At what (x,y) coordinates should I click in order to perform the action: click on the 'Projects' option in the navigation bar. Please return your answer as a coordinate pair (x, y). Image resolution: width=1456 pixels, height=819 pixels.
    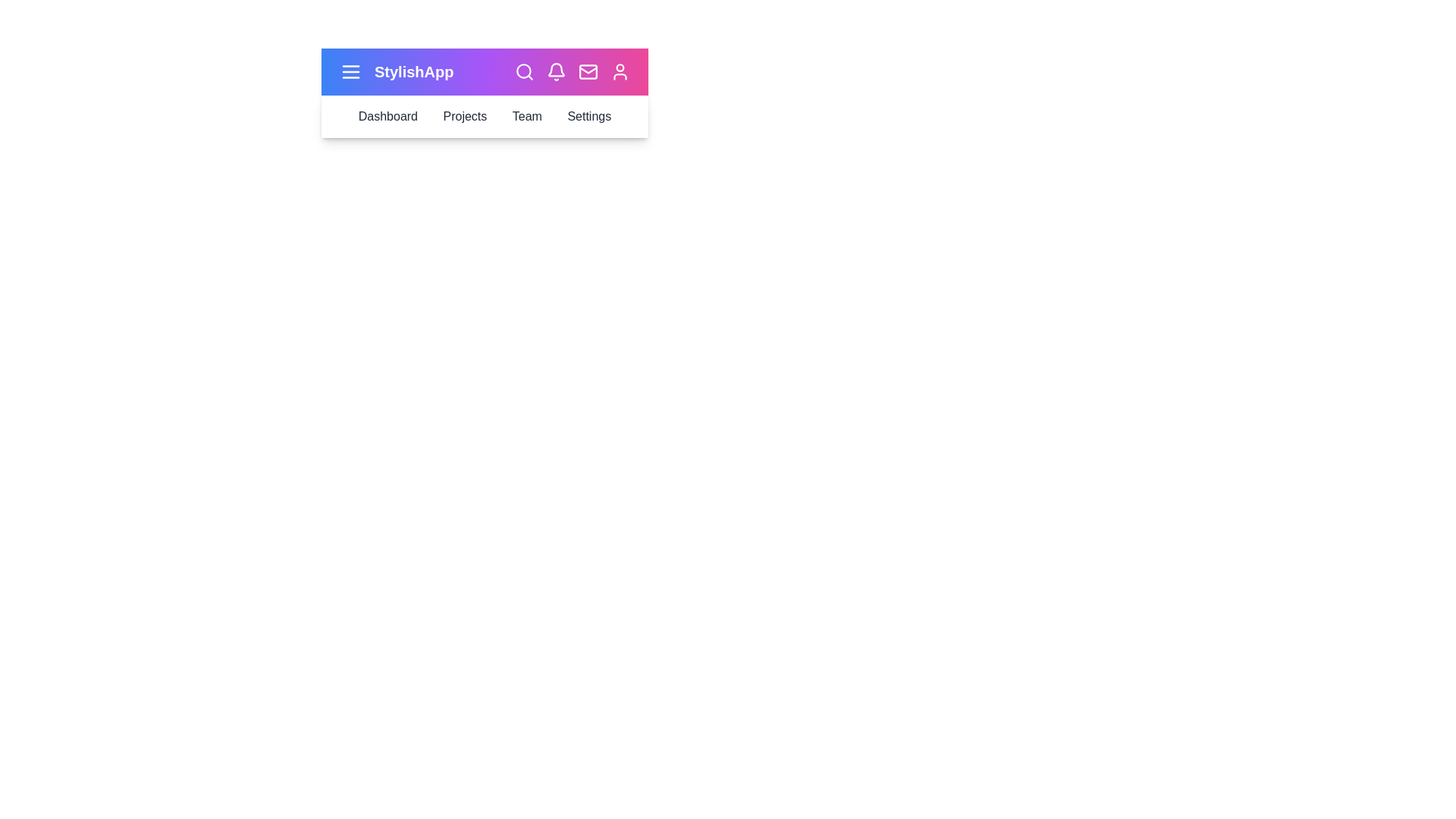
    Looking at the image, I should click on (464, 116).